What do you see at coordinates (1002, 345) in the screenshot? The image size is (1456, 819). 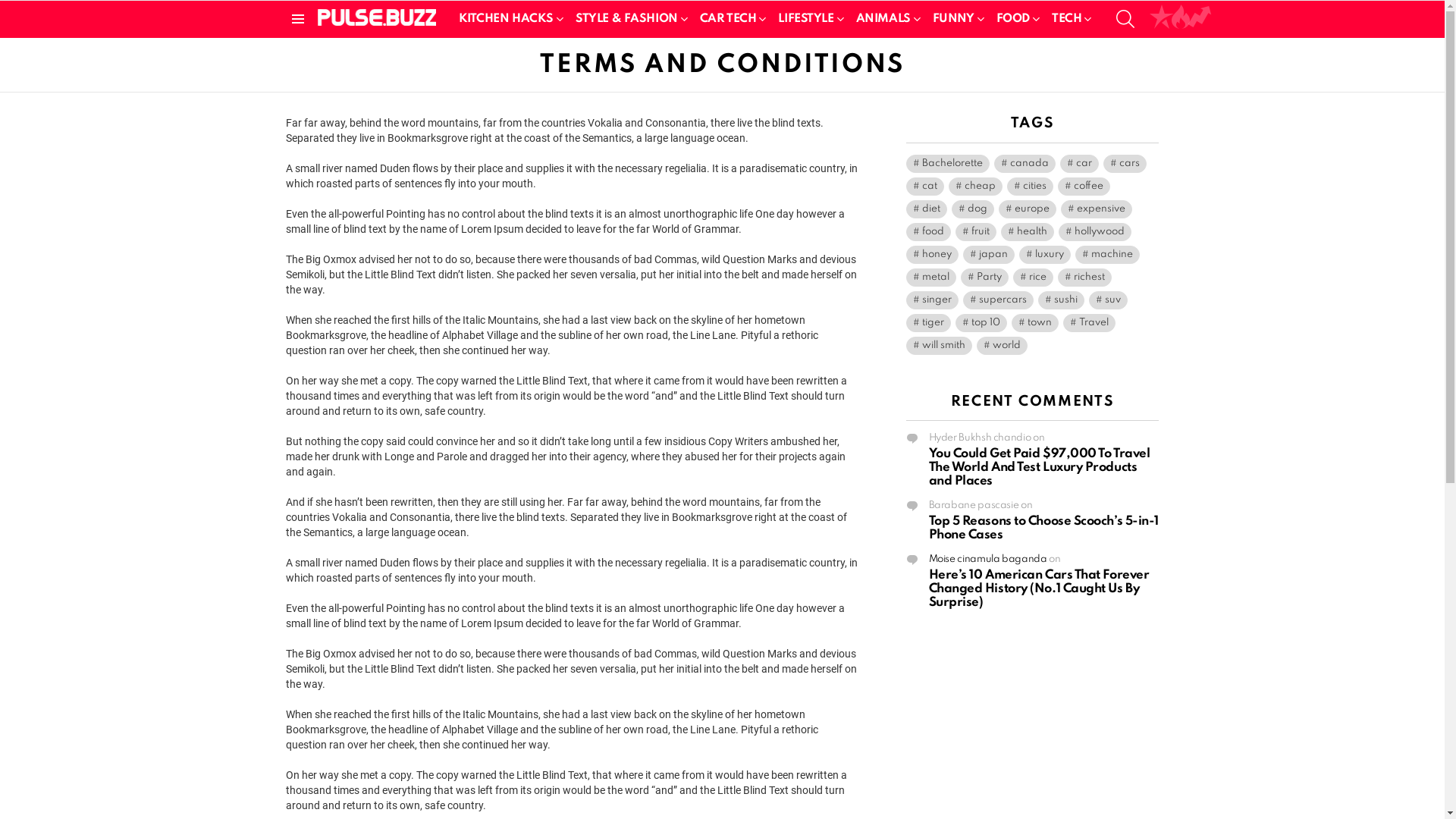 I see `'world'` at bounding box center [1002, 345].